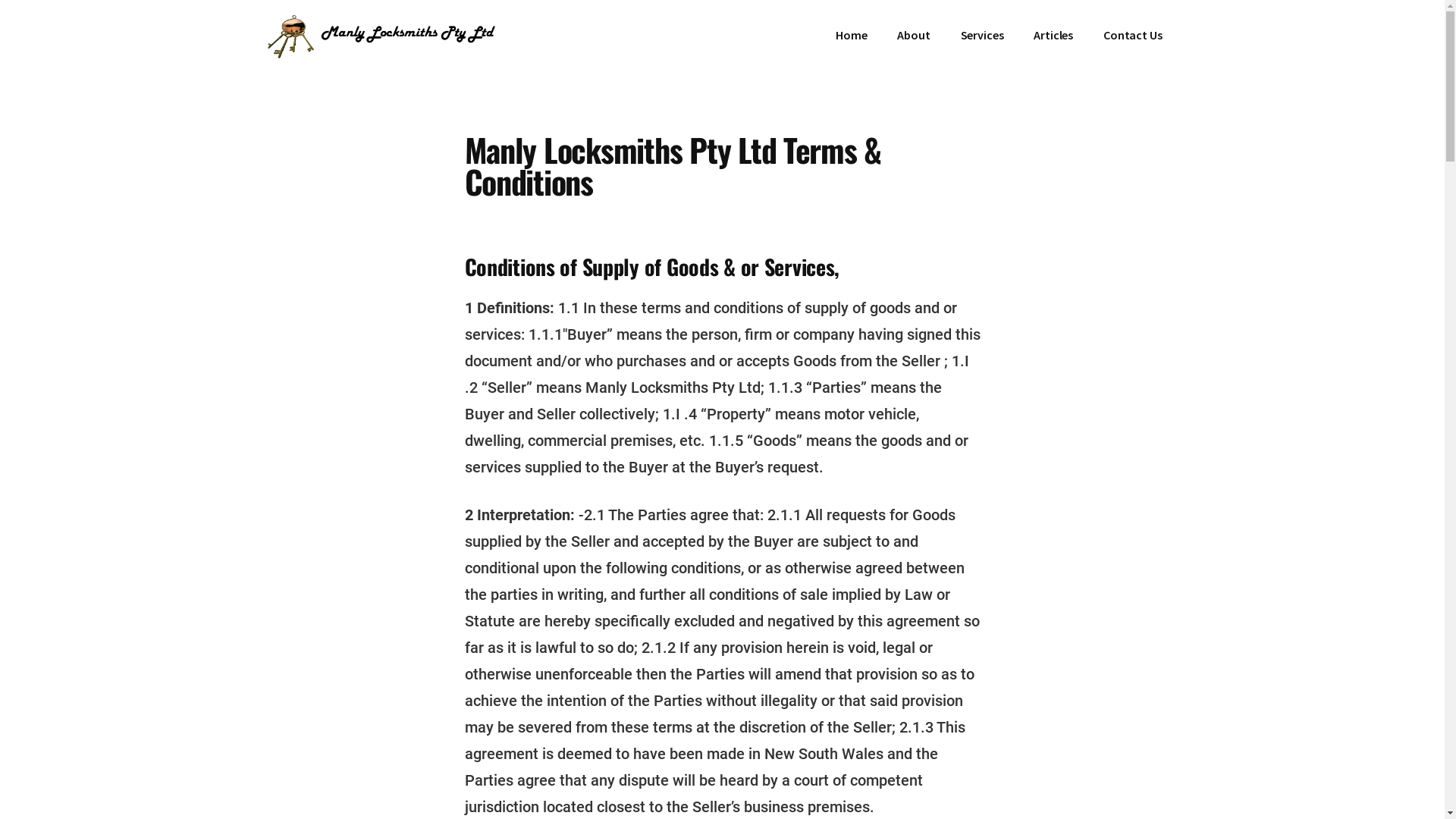 Image resolution: width=1456 pixels, height=819 pixels. I want to click on 'Services', so click(945, 34).